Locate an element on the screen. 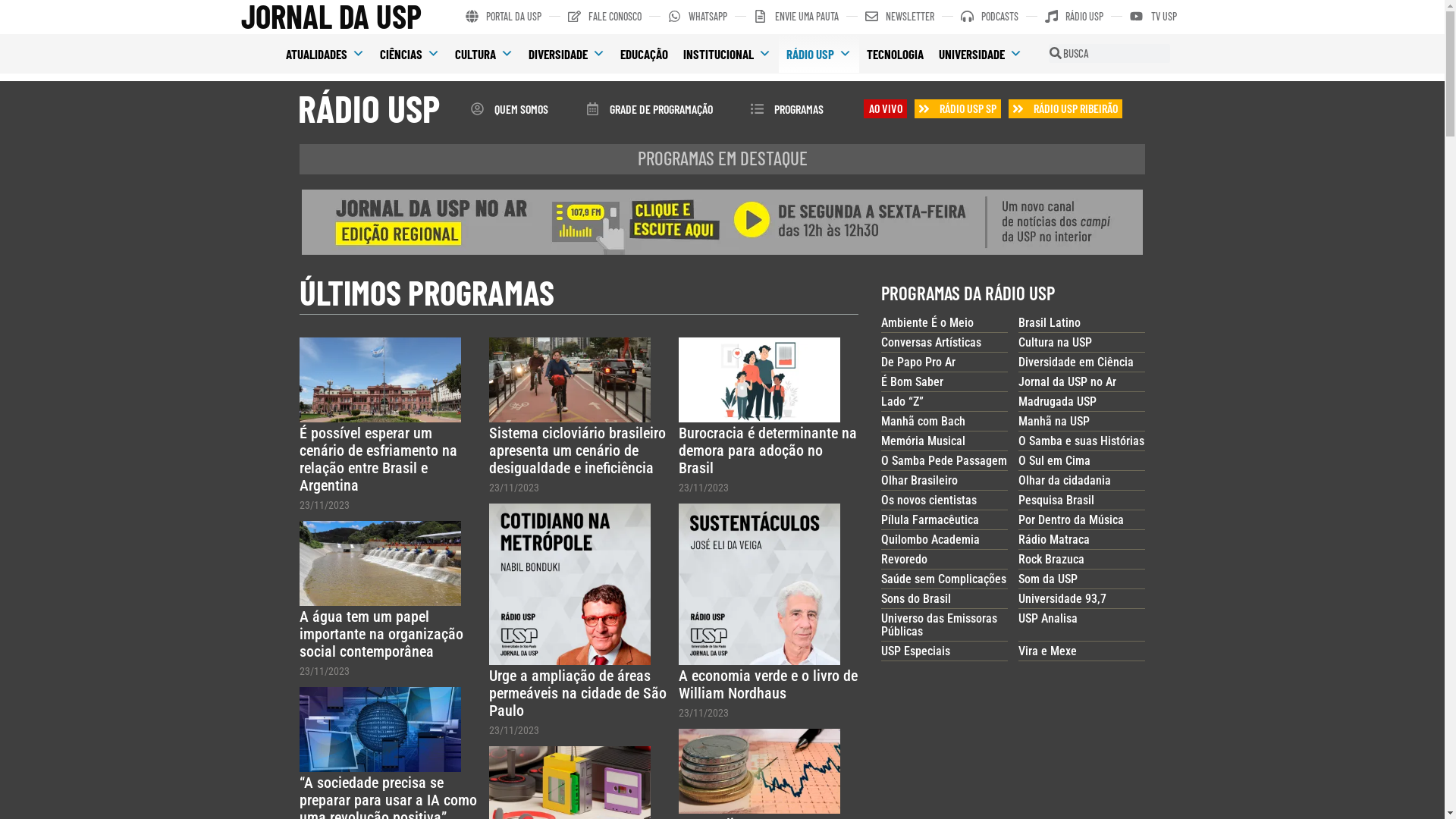  'Quilombo Academia' is located at coordinates (930, 538).